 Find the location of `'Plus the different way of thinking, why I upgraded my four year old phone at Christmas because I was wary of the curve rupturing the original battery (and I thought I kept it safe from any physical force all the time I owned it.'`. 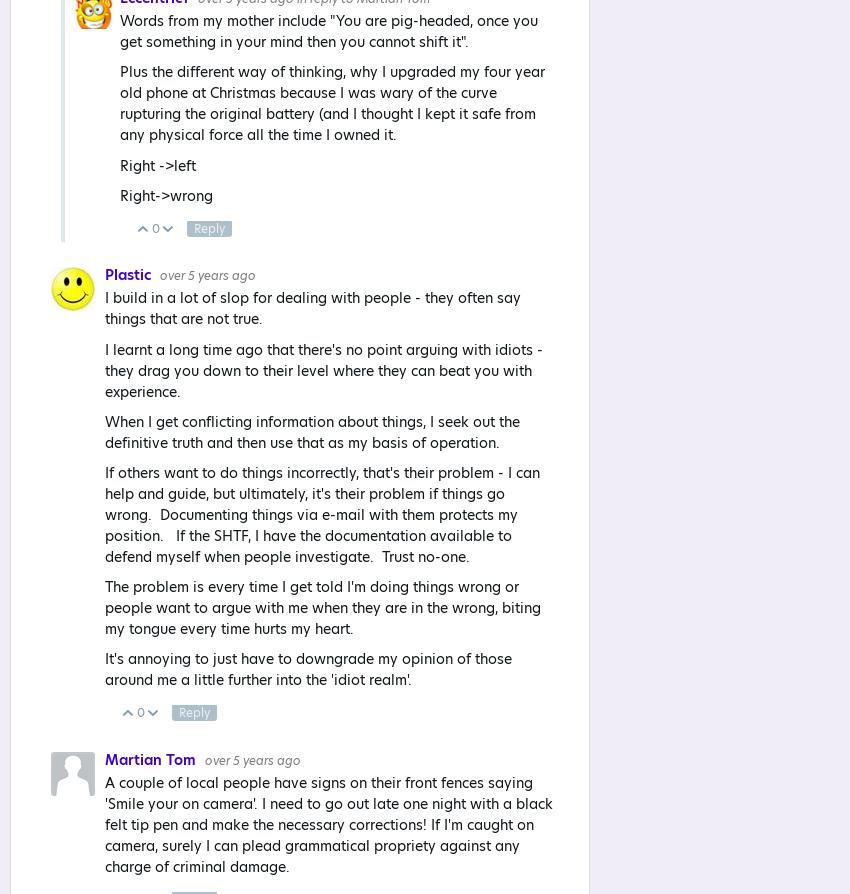

'Plus the different way of thinking, why I upgraded my four year old phone at Christmas because I was wary of the curve rupturing the original battery (and I thought I kept it safe from any physical force all the time I owned it.' is located at coordinates (332, 104).